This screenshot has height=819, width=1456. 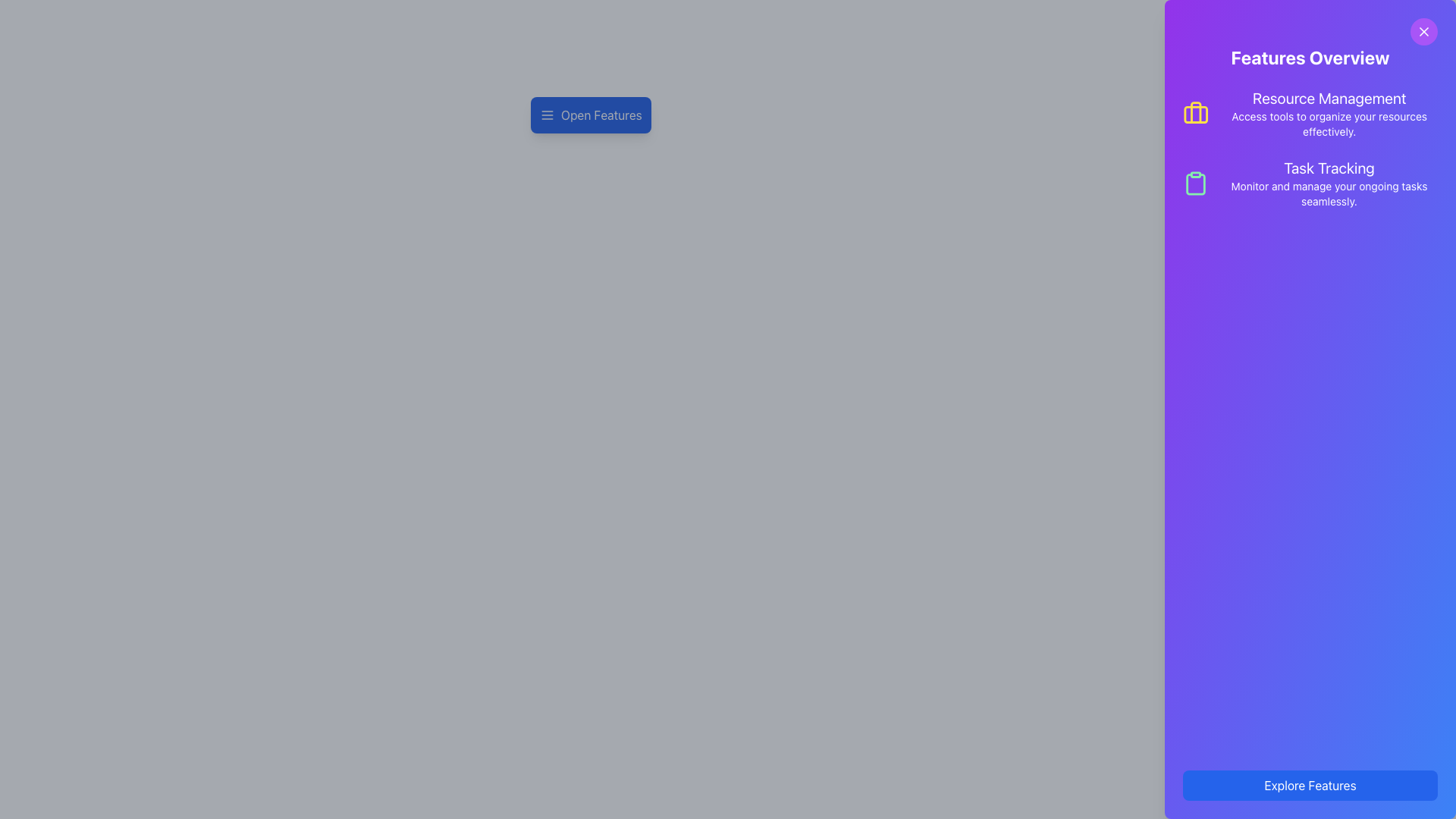 I want to click on the text snippet displaying 'Monitor and manage your ongoing tasks seamlessly.' located within the purple gradient panel under the 'Task Tracking' header, so click(x=1328, y=193).